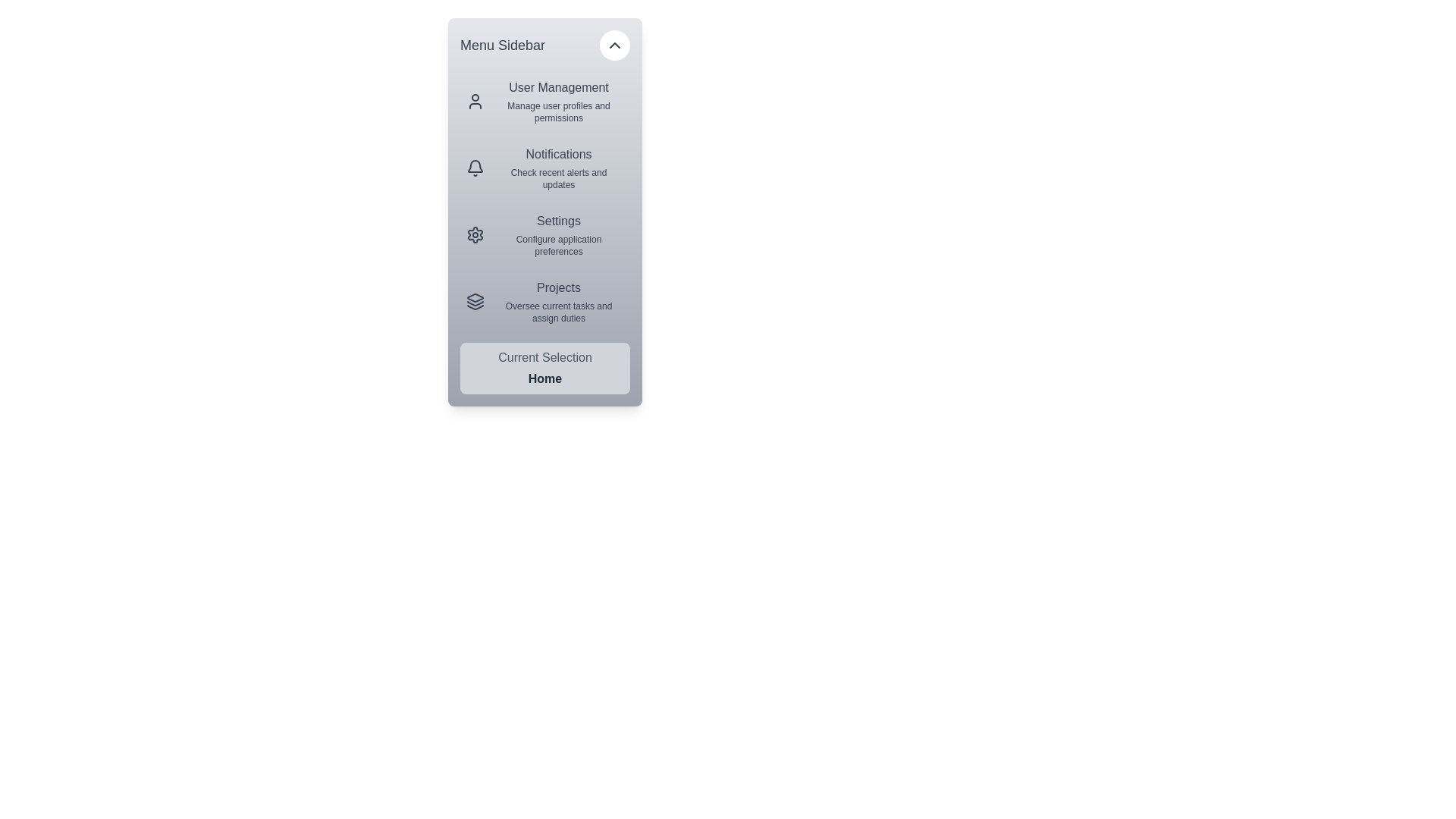 Image resolution: width=1456 pixels, height=819 pixels. I want to click on the 'Projects' text label, so click(558, 288).